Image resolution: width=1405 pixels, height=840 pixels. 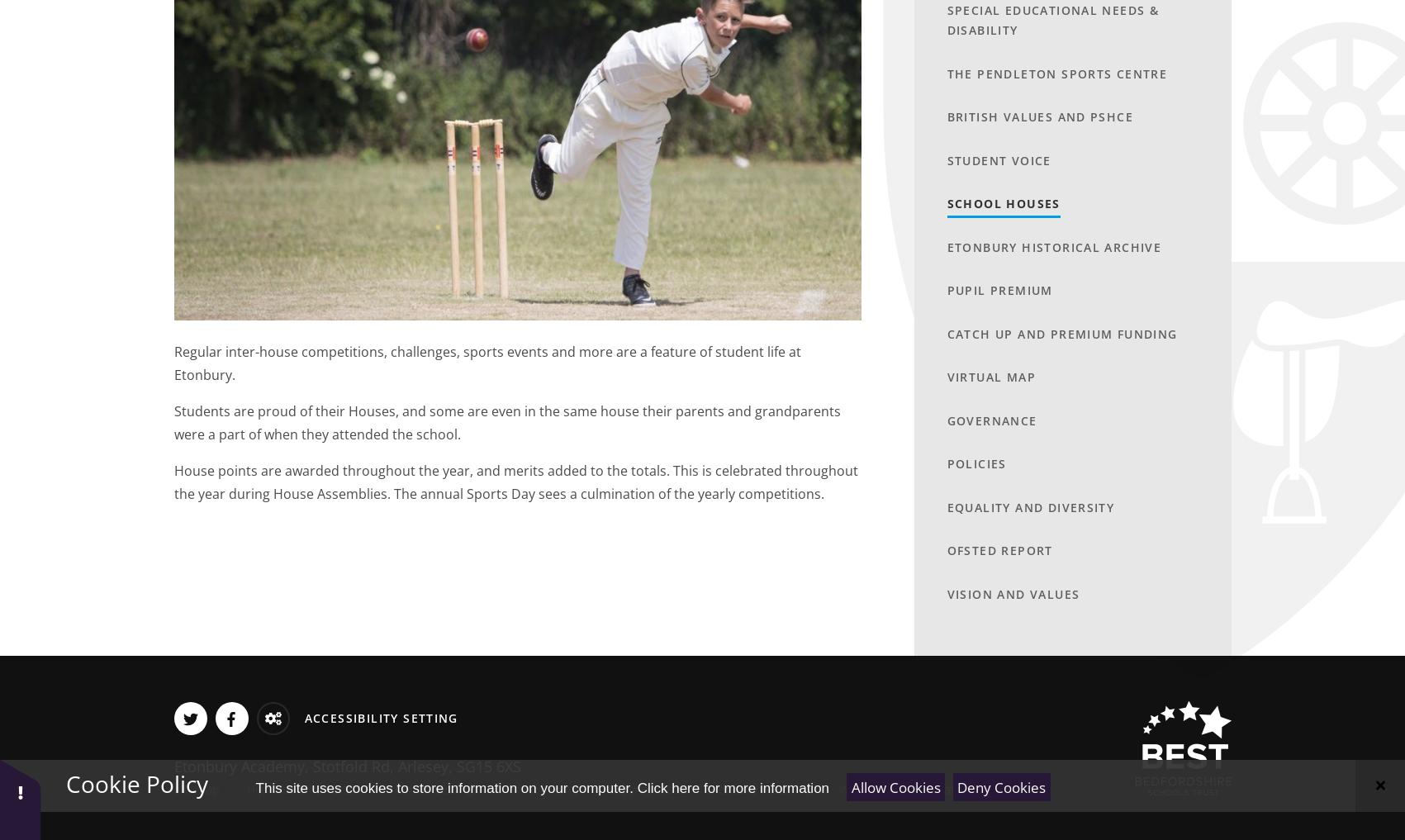 I want to click on 'Regular inter-house competitions, challenges, sports events and more are a feature of student life at Etonbury.', so click(x=487, y=363).